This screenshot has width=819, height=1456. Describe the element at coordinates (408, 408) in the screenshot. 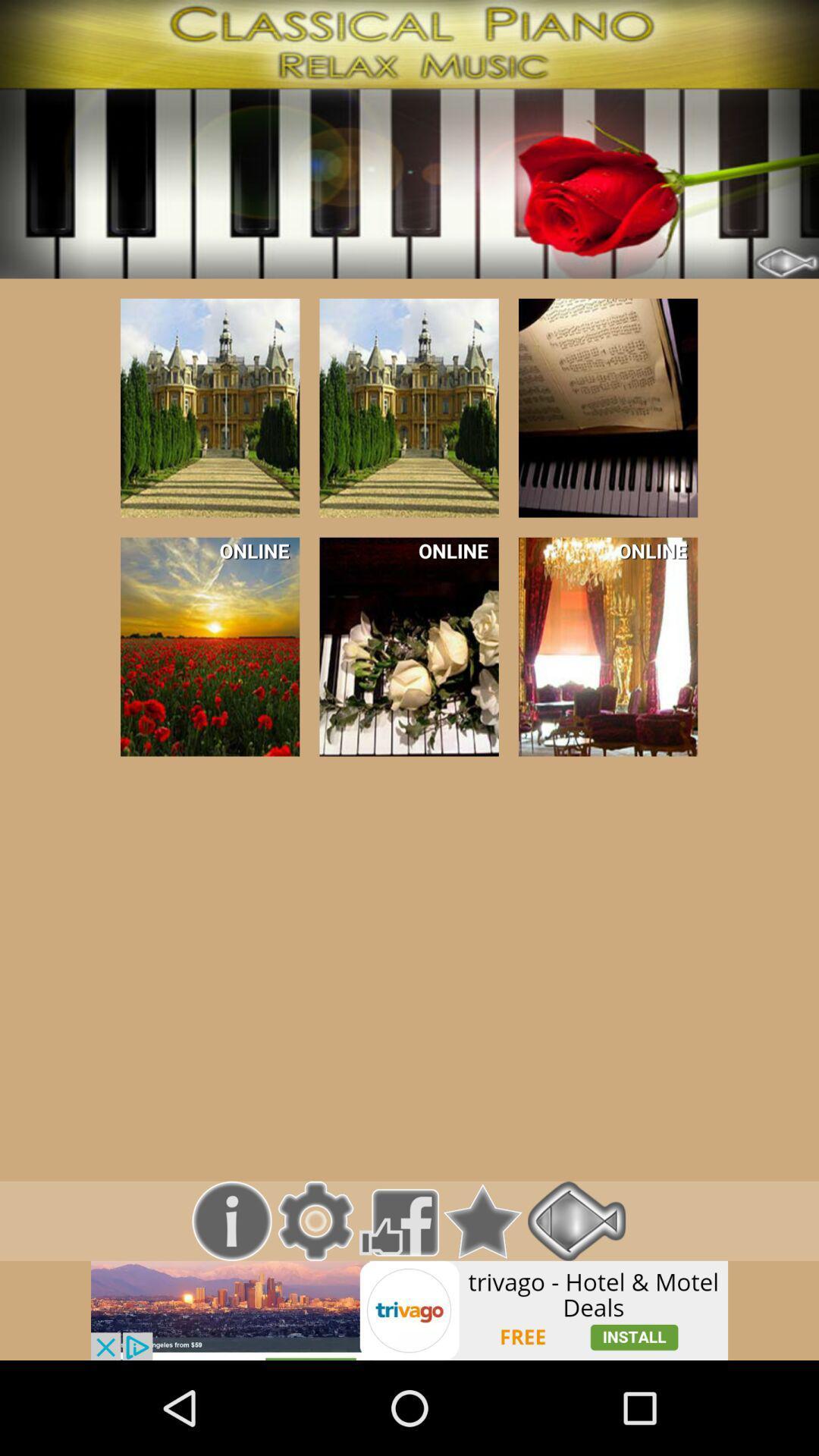

I see `click on image` at that location.